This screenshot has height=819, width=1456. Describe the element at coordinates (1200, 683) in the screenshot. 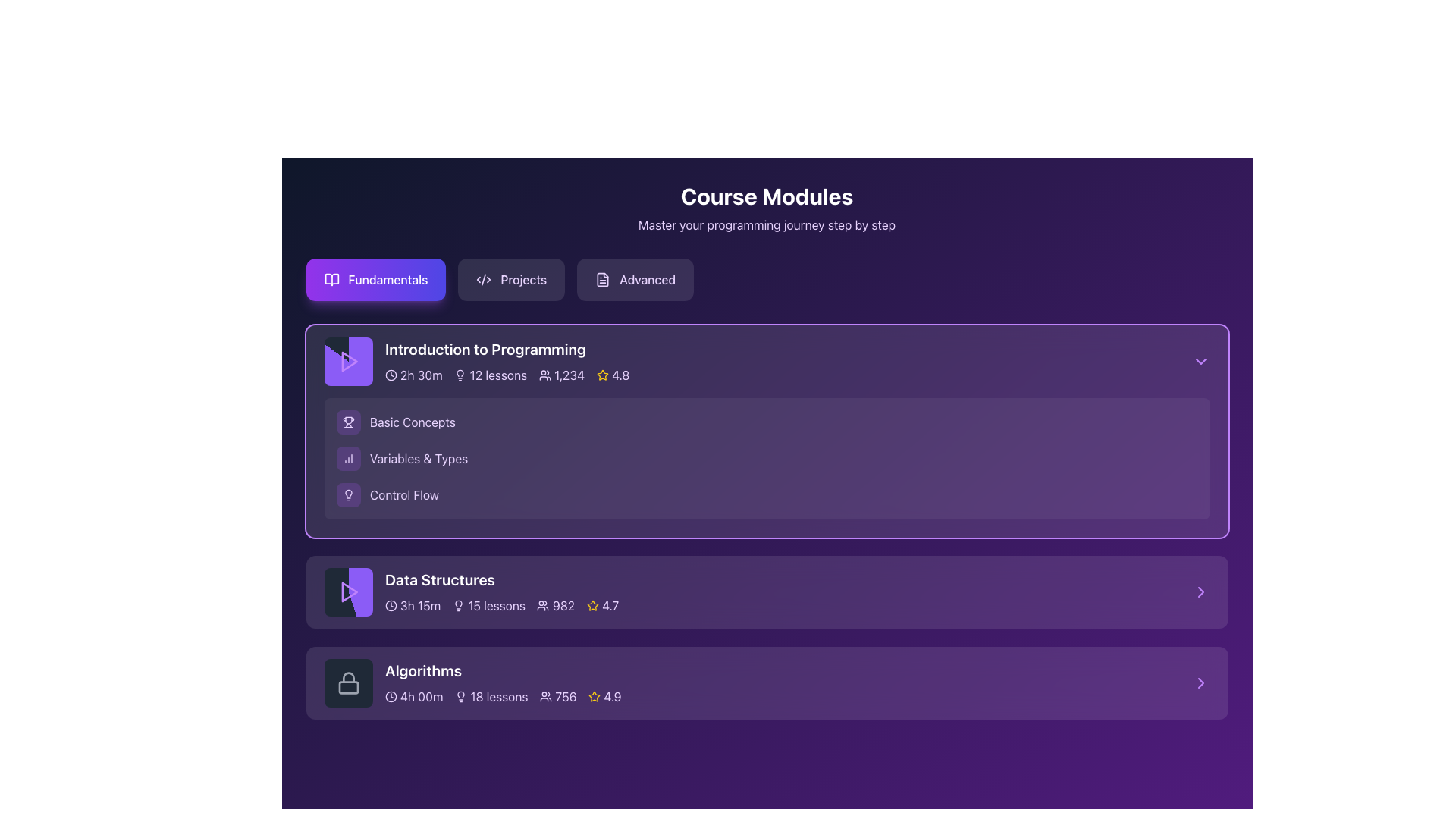

I see `the arrow icon located at the bottom right corner of the 'Algorithms' section` at that location.